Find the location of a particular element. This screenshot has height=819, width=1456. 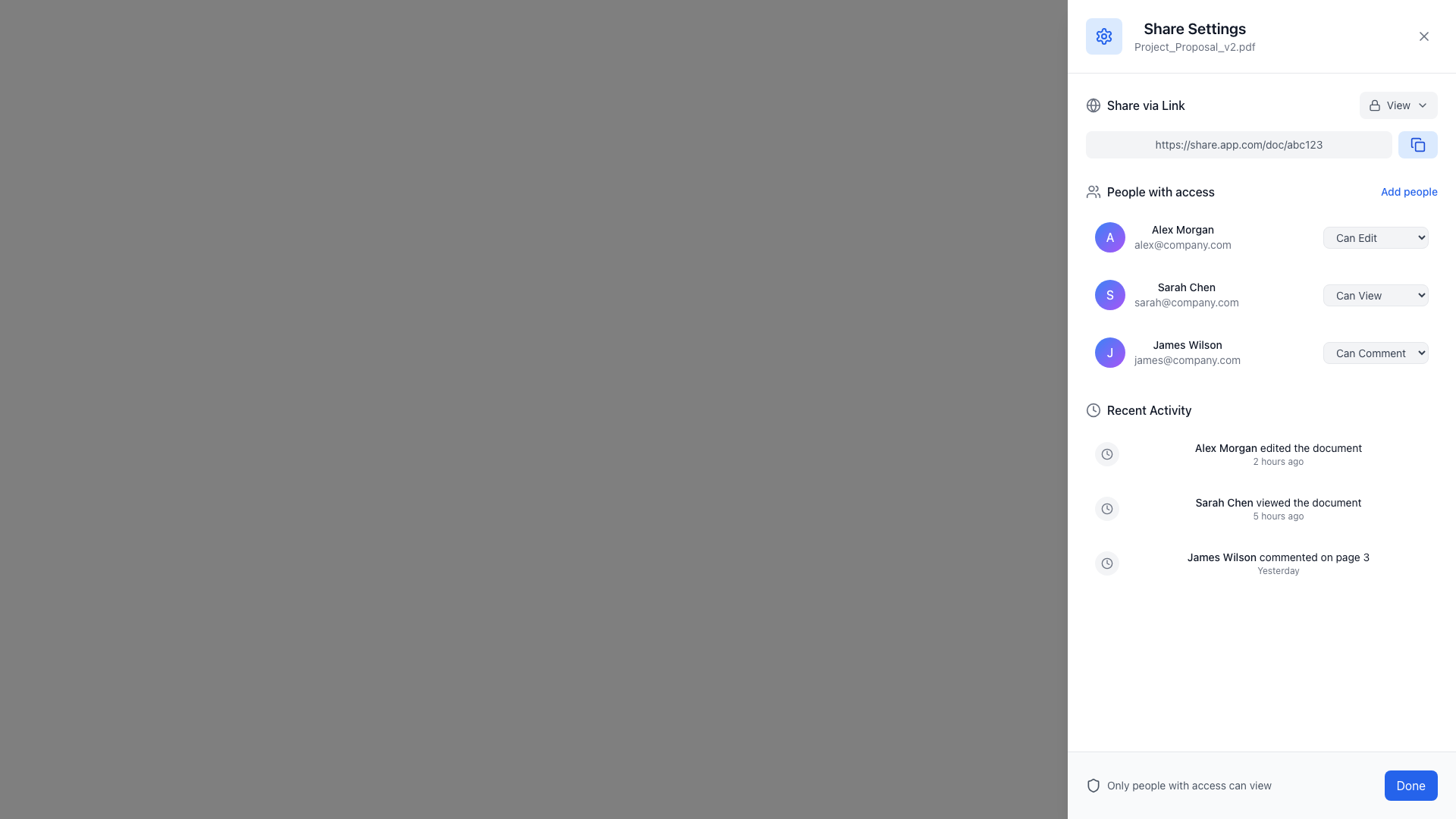

the rectangular button with rounded corners, blue background, and white text that reads 'Done' to finalize the action is located at coordinates (1410, 785).